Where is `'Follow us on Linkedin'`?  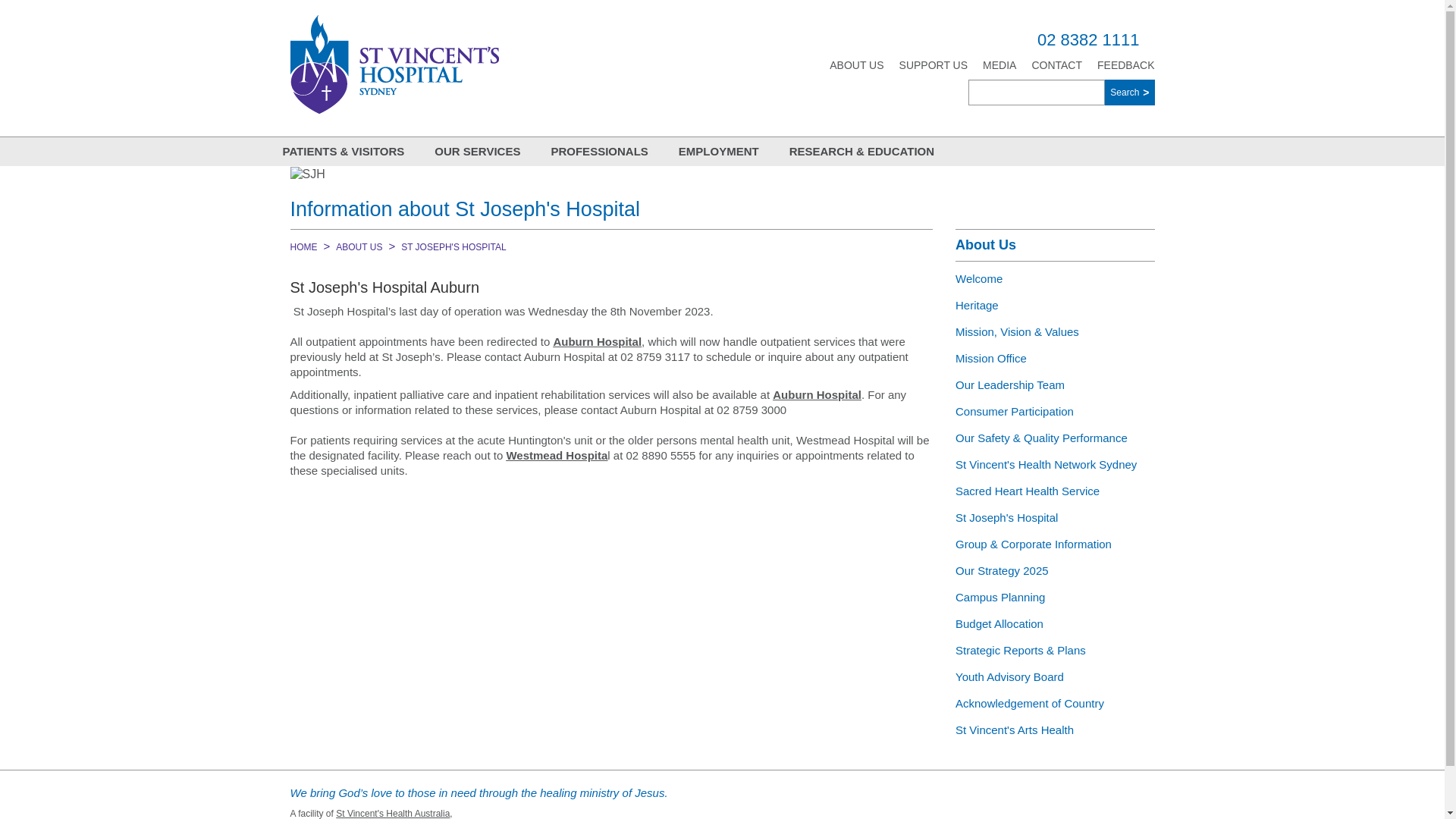 'Follow us on Linkedin' is located at coordinates (1073, 800).